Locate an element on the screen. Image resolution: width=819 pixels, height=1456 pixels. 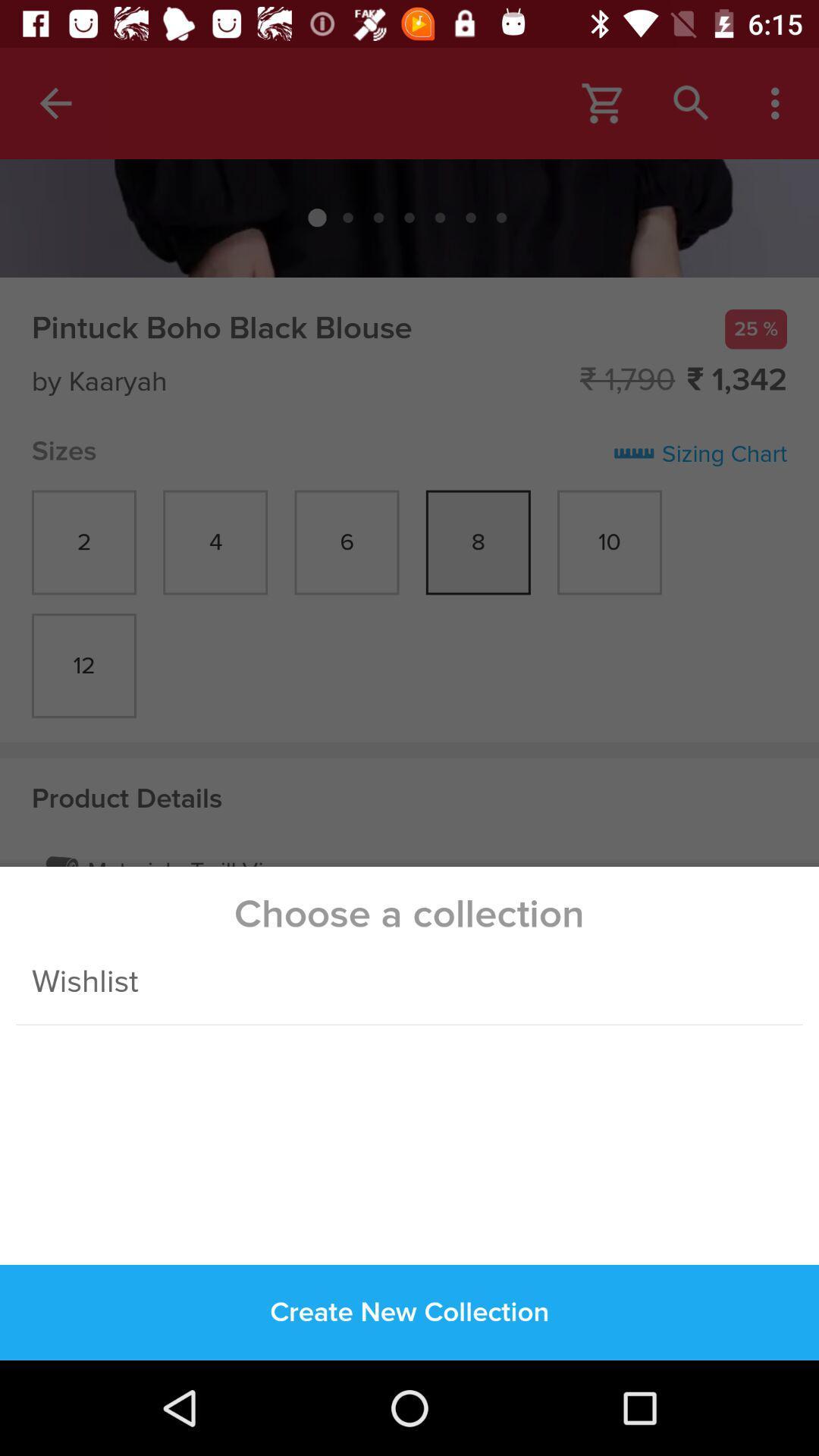
item above the choose a collection is located at coordinates (409, 457).